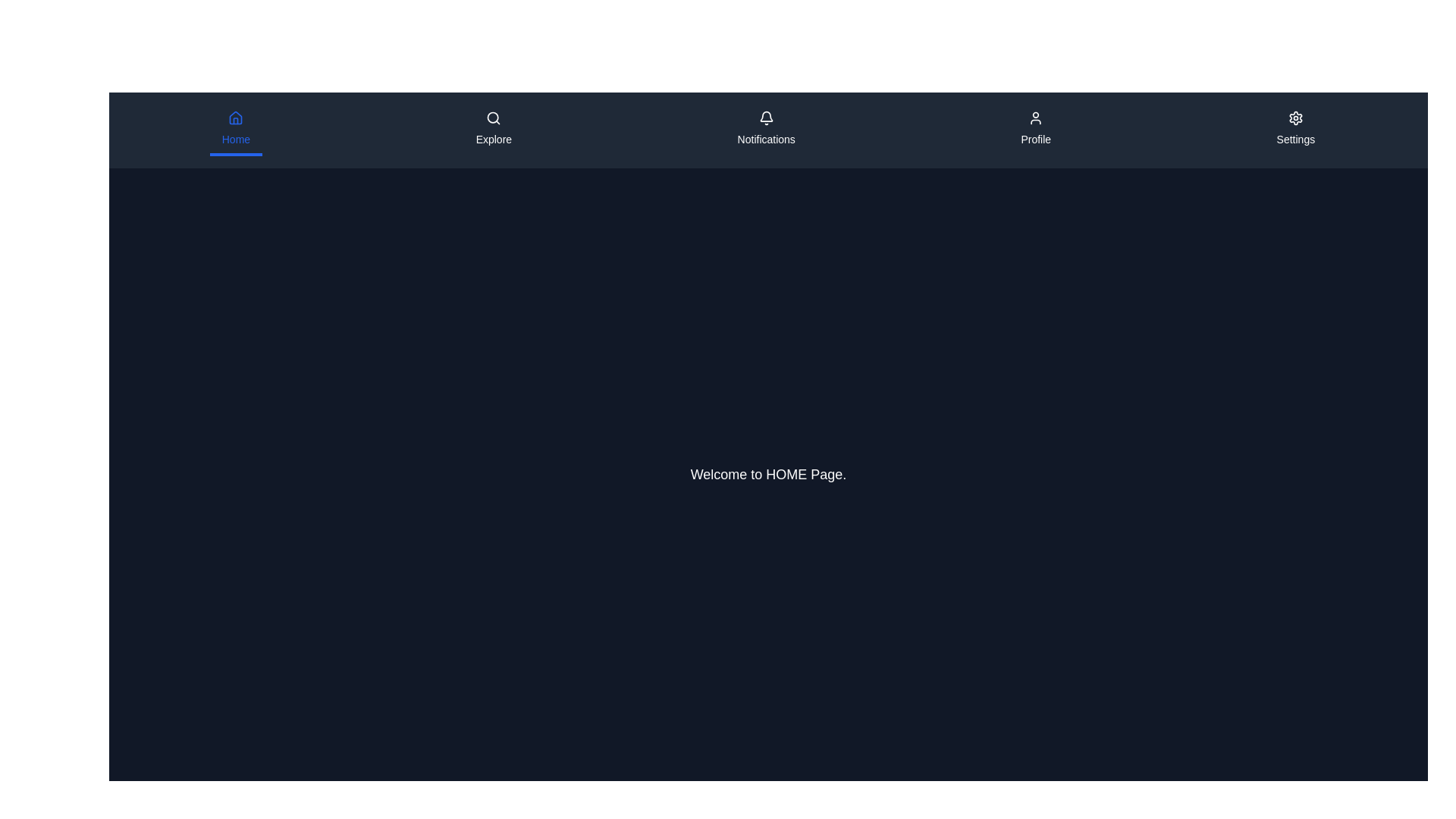 The width and height of the screenshot is (1456, 819). What do you see at coordinates (235, 117) in the screenshot?
I see `the 'Home' section icon, which is a house-shaped vector graphic located in the center of the top navigation bar` at bounding box center [235, 117].